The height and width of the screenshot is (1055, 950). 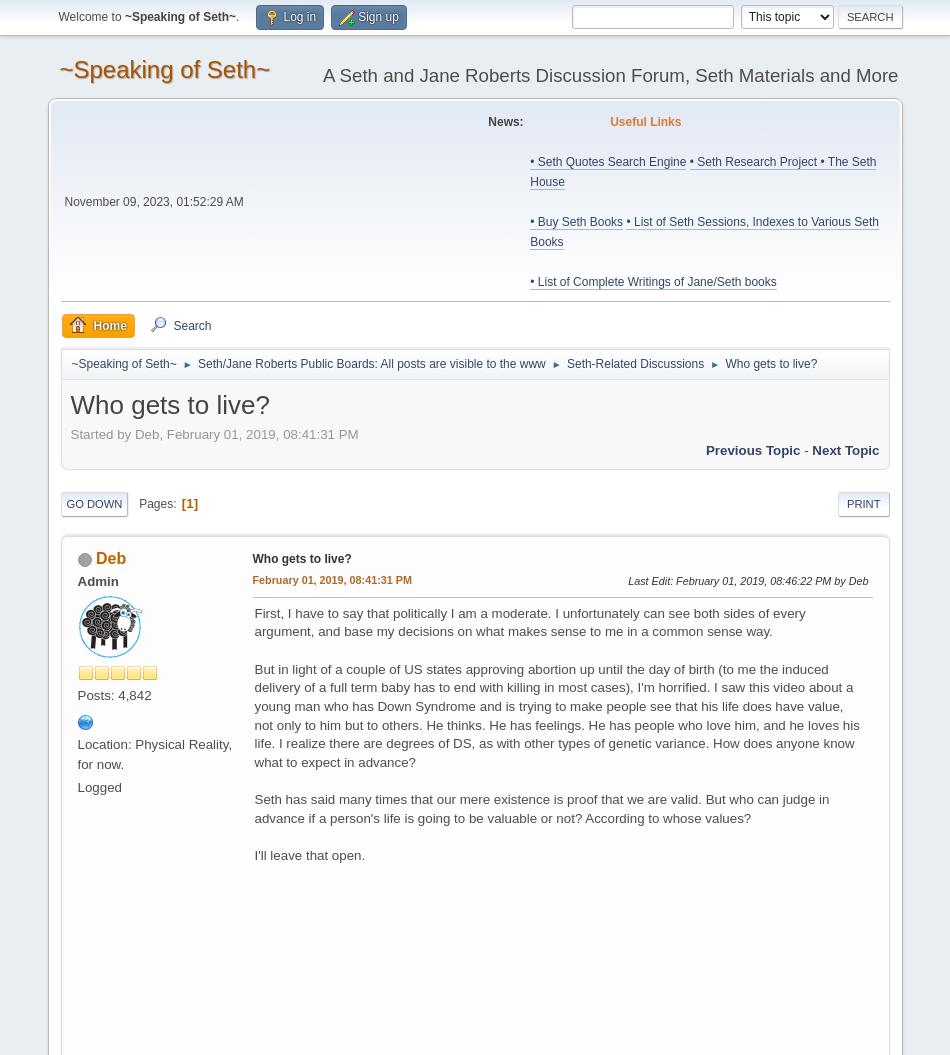 What do you see at coordinates (861, 503) in the screenshot?
I see `'Print'` at bounding box center [861, 503].